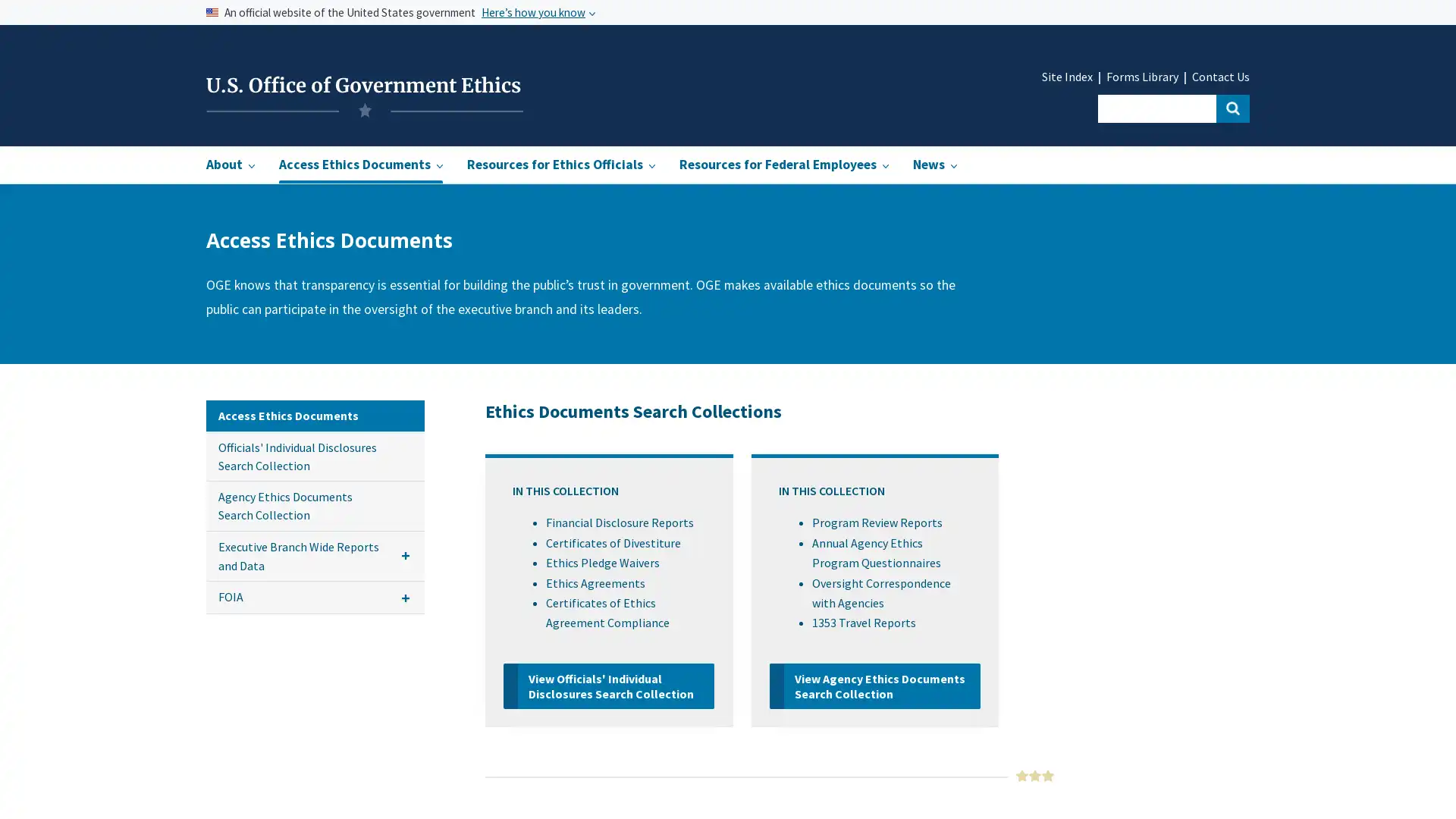  Describe the element at coordinates (538, 12) in the screenshot. I see `Heres how you know` at that location.